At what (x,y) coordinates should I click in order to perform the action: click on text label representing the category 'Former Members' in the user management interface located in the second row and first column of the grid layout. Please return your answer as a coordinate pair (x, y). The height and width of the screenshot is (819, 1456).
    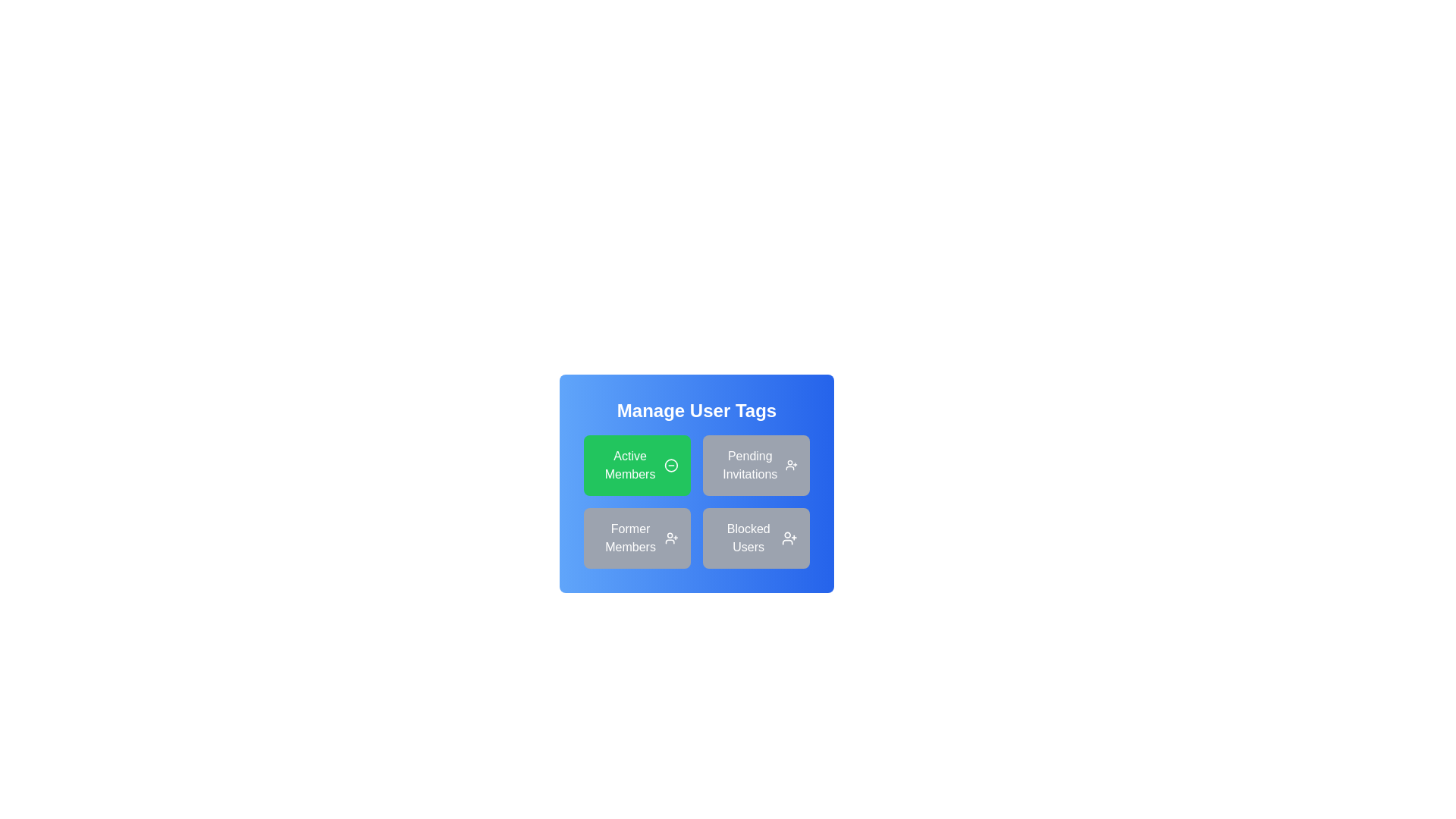
    Looking at the image, I should click on (630, 537).